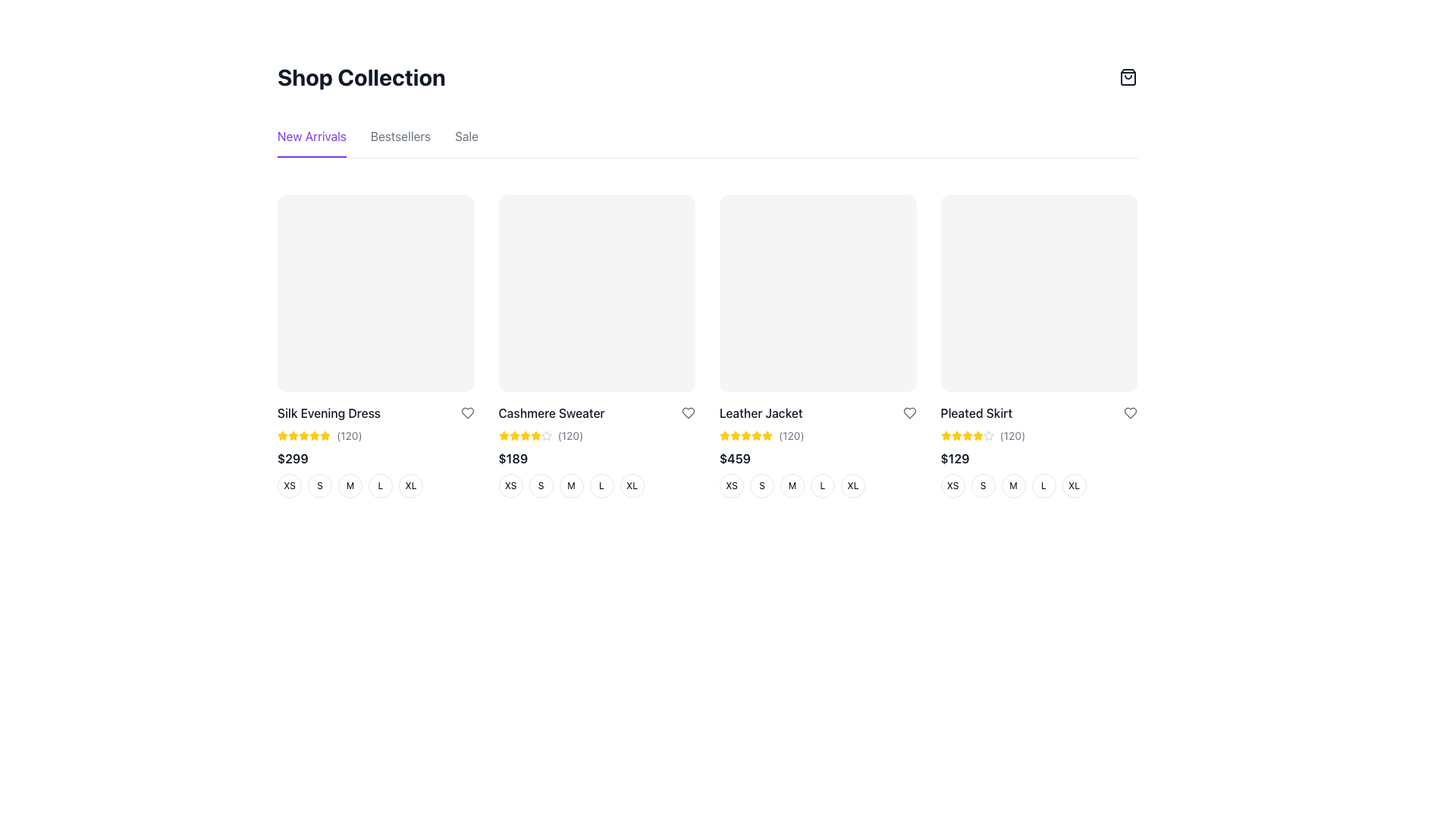 Image resolution: width=1456 pixels, height=819 pixels. Describe the element at coordinates (966, 435) in the screenshot. I see `the rating represented by the yellow star icon, located below the product image and above the product price for 'Pleated Skirt'` at that location.